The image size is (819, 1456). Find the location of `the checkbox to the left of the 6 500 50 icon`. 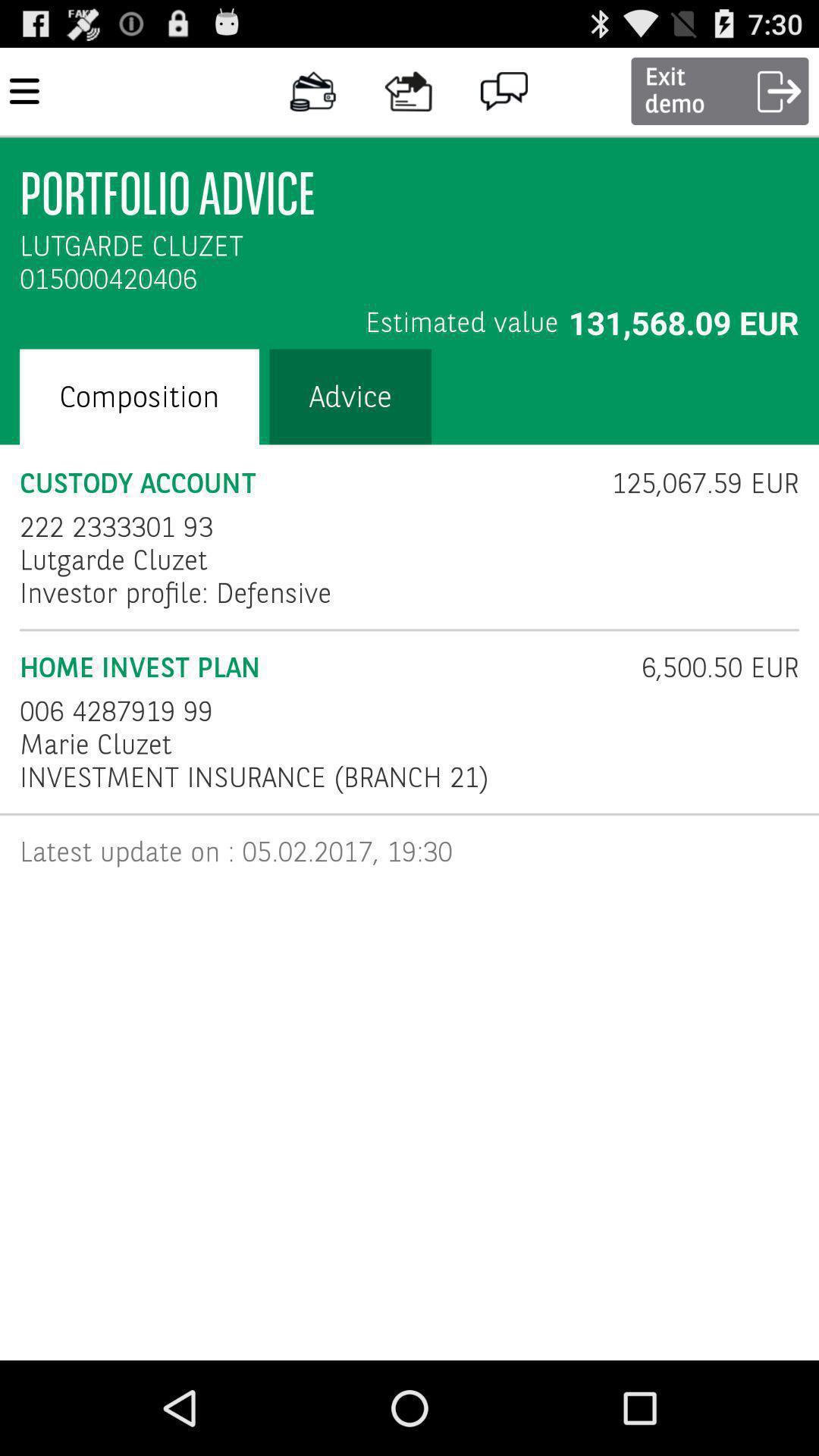

the checkbox to the left of the 6 500 50 icon is located at coordinates (320, 667).